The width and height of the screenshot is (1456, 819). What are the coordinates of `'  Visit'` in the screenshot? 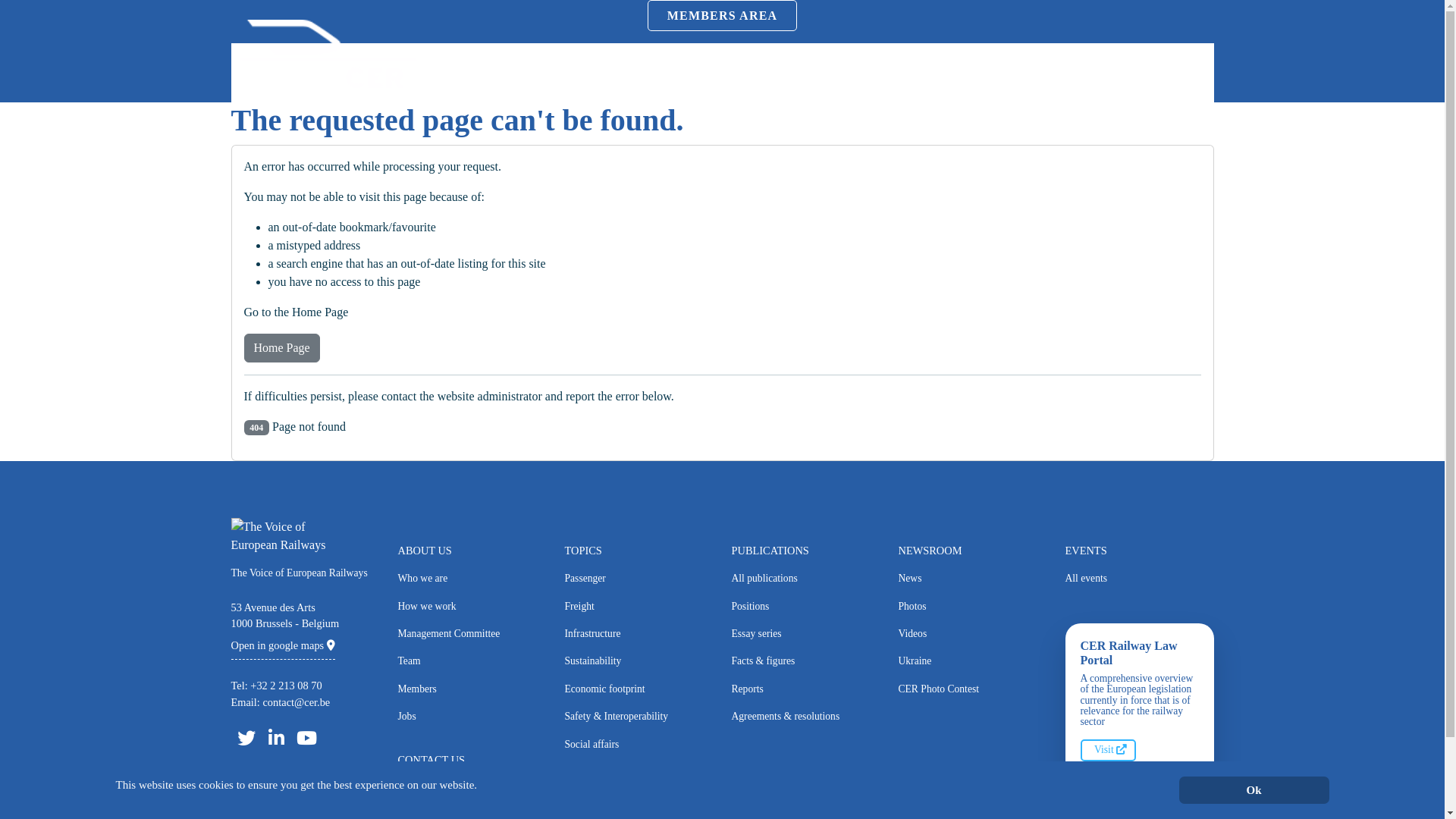 It's located at (1107, 748).